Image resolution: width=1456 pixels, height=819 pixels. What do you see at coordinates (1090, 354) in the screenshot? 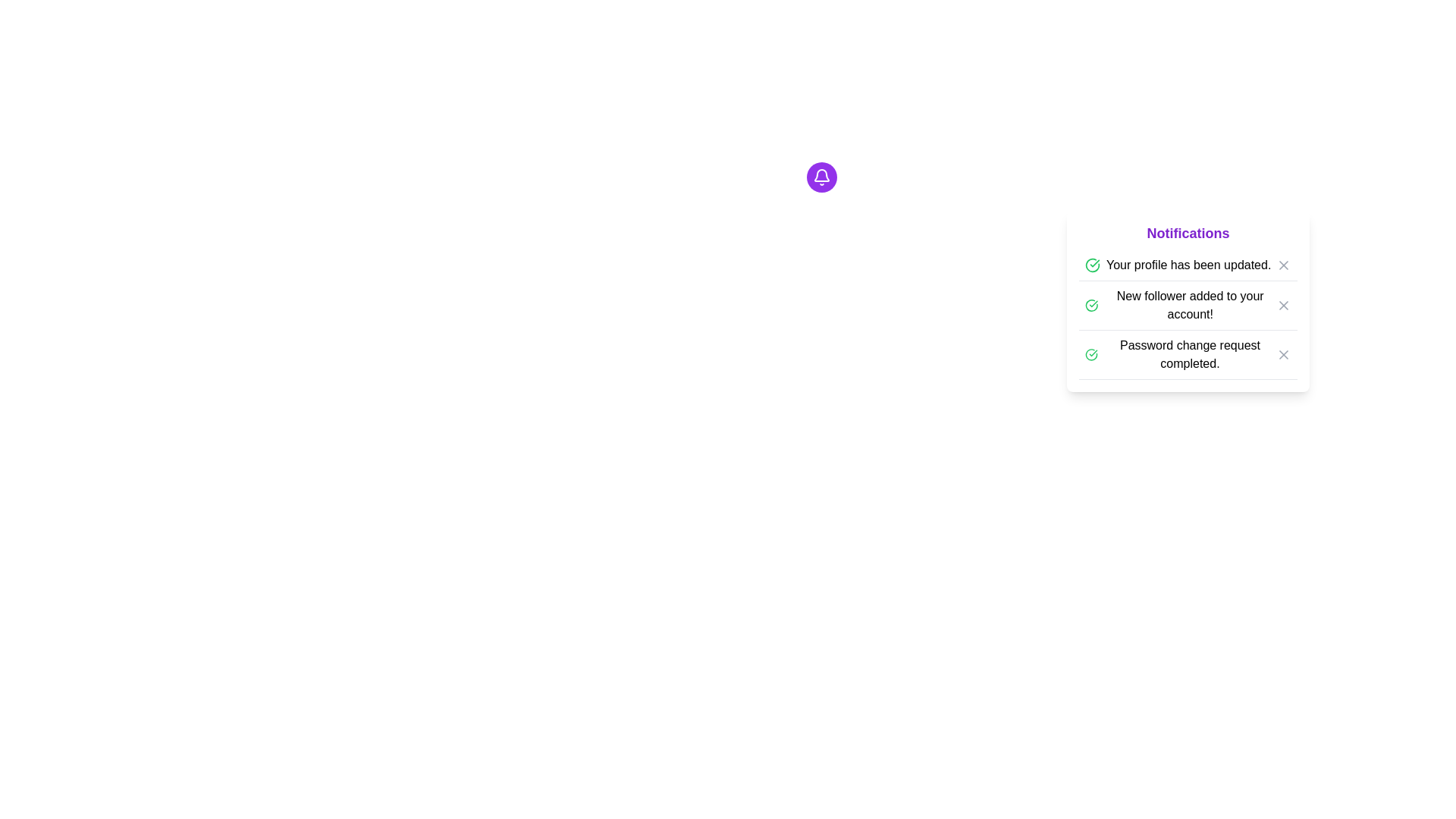
I see `the circular checkmark icon with a green stroke that indicates success, located to the left of the 'Password change request completed' notification label` at bounding box center [1090, 354].